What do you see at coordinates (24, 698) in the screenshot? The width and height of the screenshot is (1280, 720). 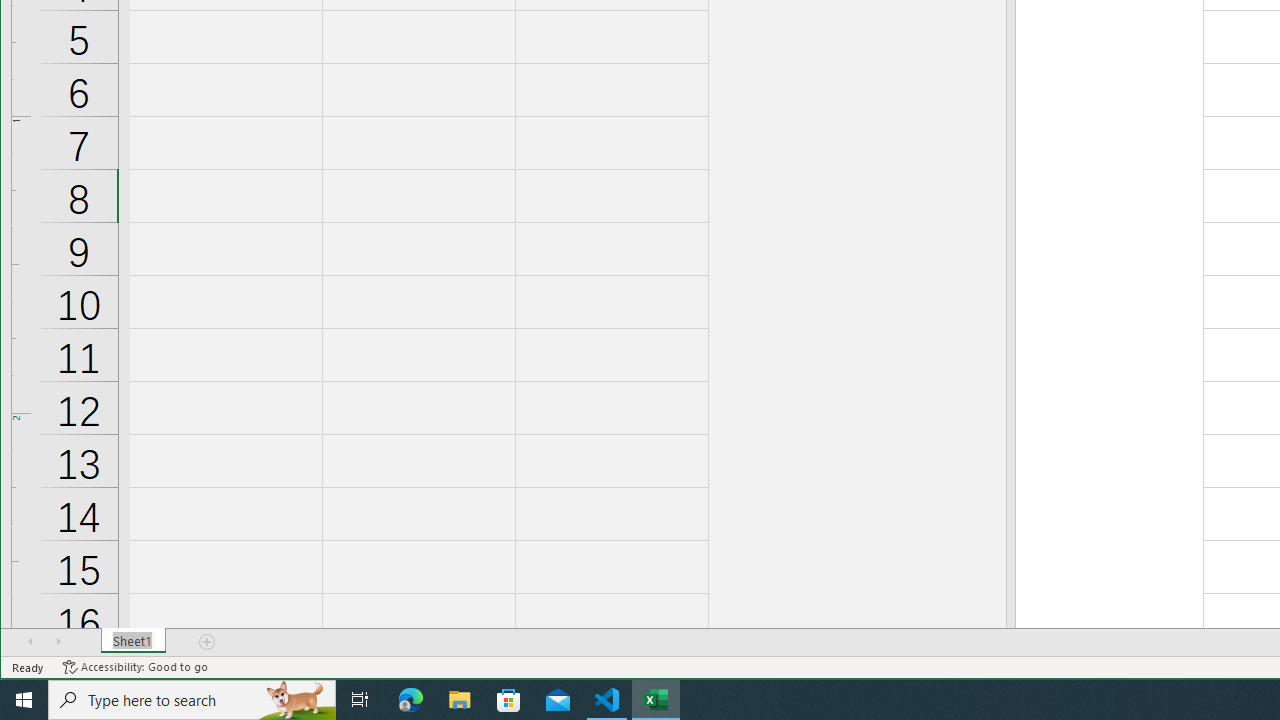 I see `'Start'` at bounding box center [24, 698].